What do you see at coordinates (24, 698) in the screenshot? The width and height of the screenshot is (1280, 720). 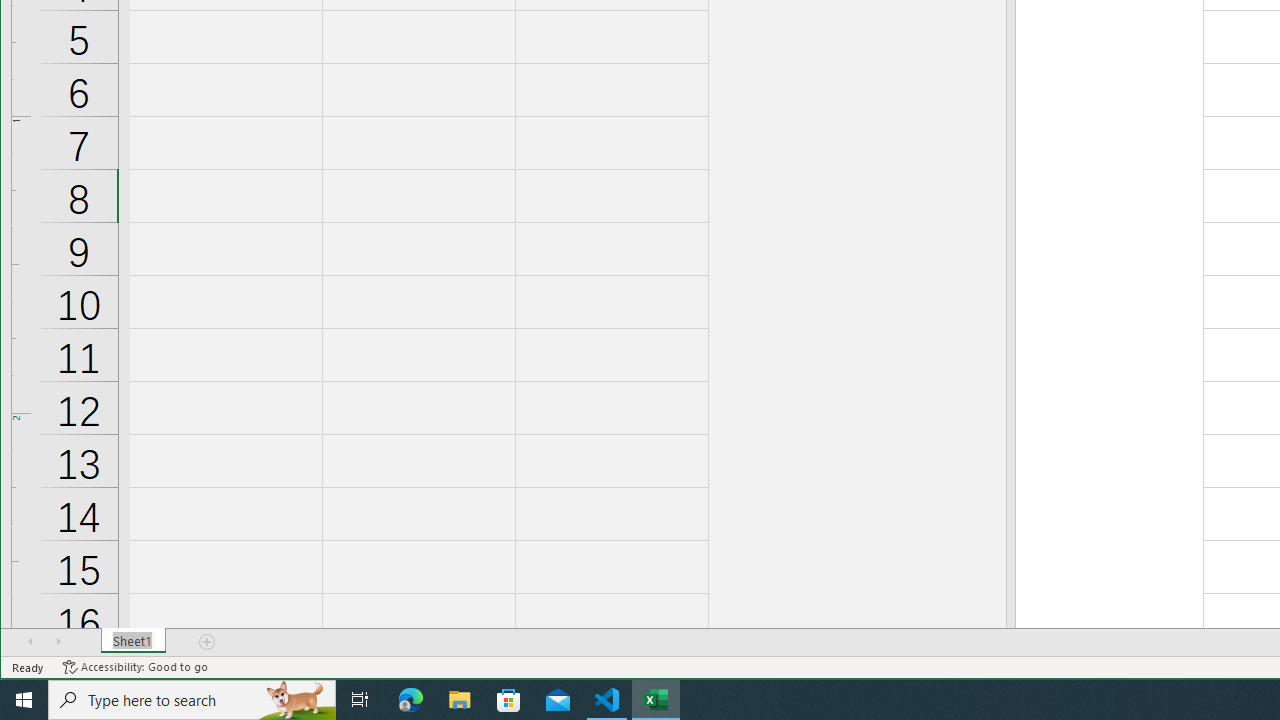 I see `'Start'` at bounding box center [24, 698].